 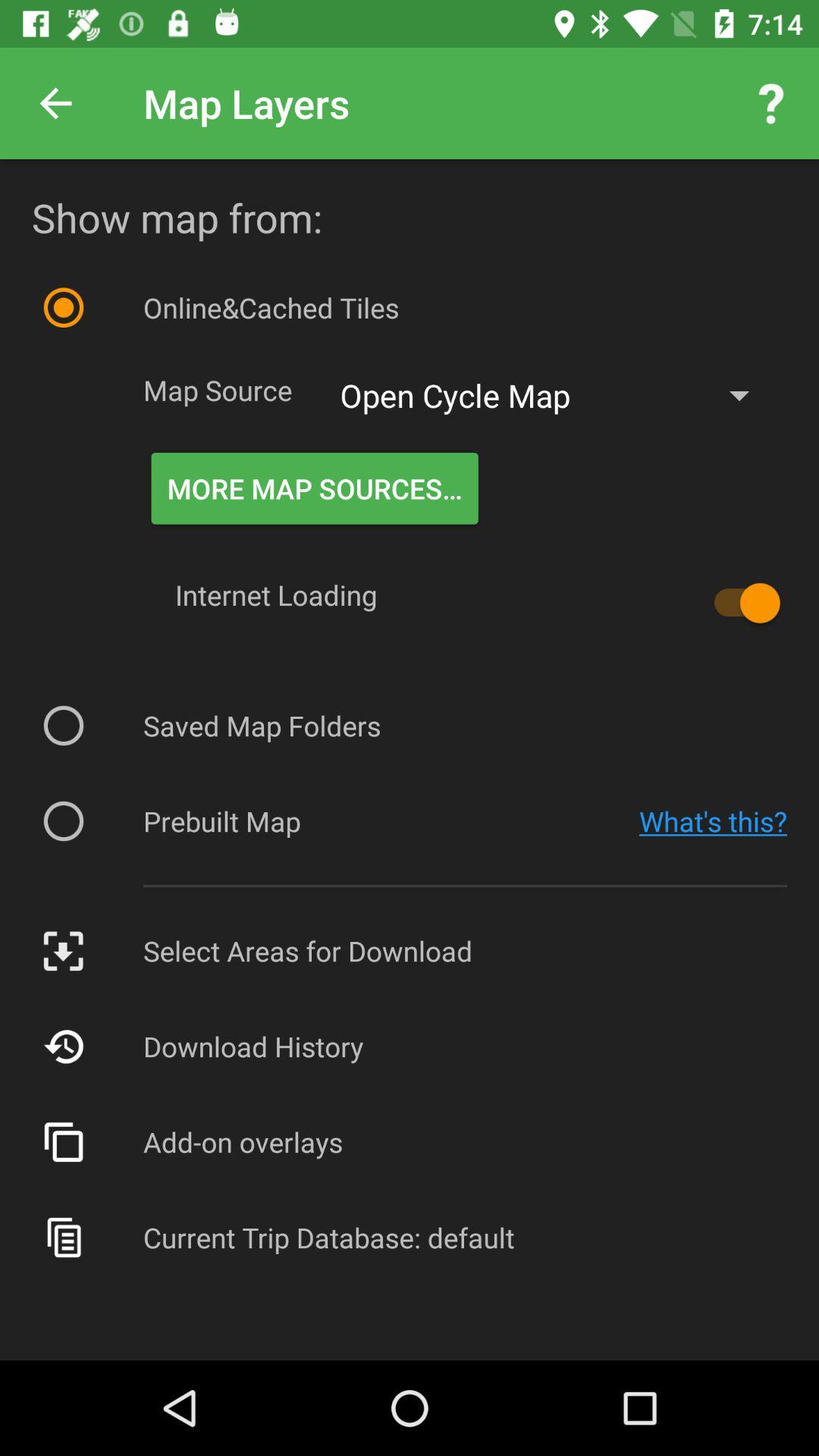 I want to click on what's this? item, so click(x=713, y=821).